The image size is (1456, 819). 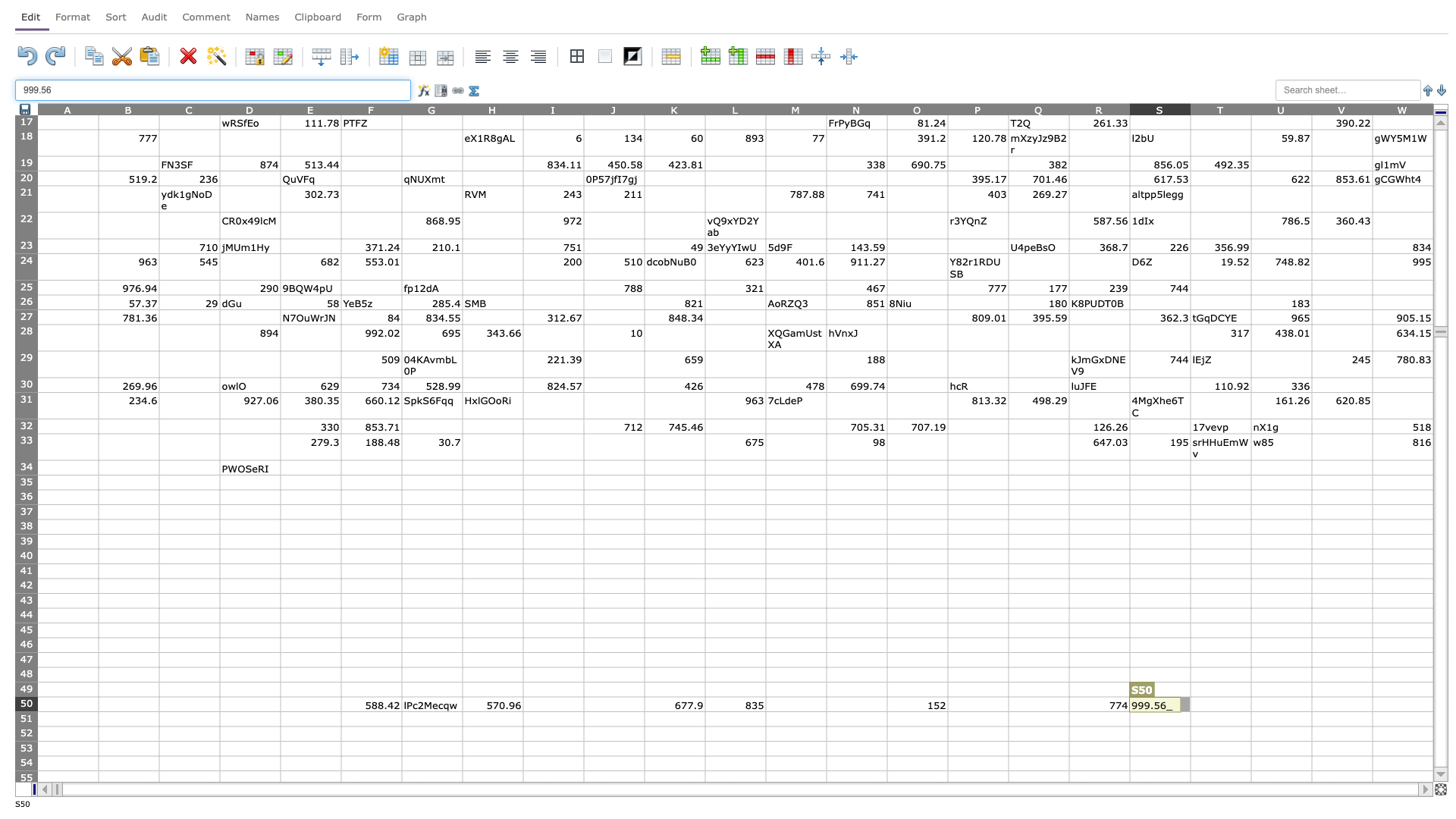 What do you see at coordinates (1189, 696) in the screenshot?
I see `Upper left corner of cell T50` at bounding box center [1189, 696].